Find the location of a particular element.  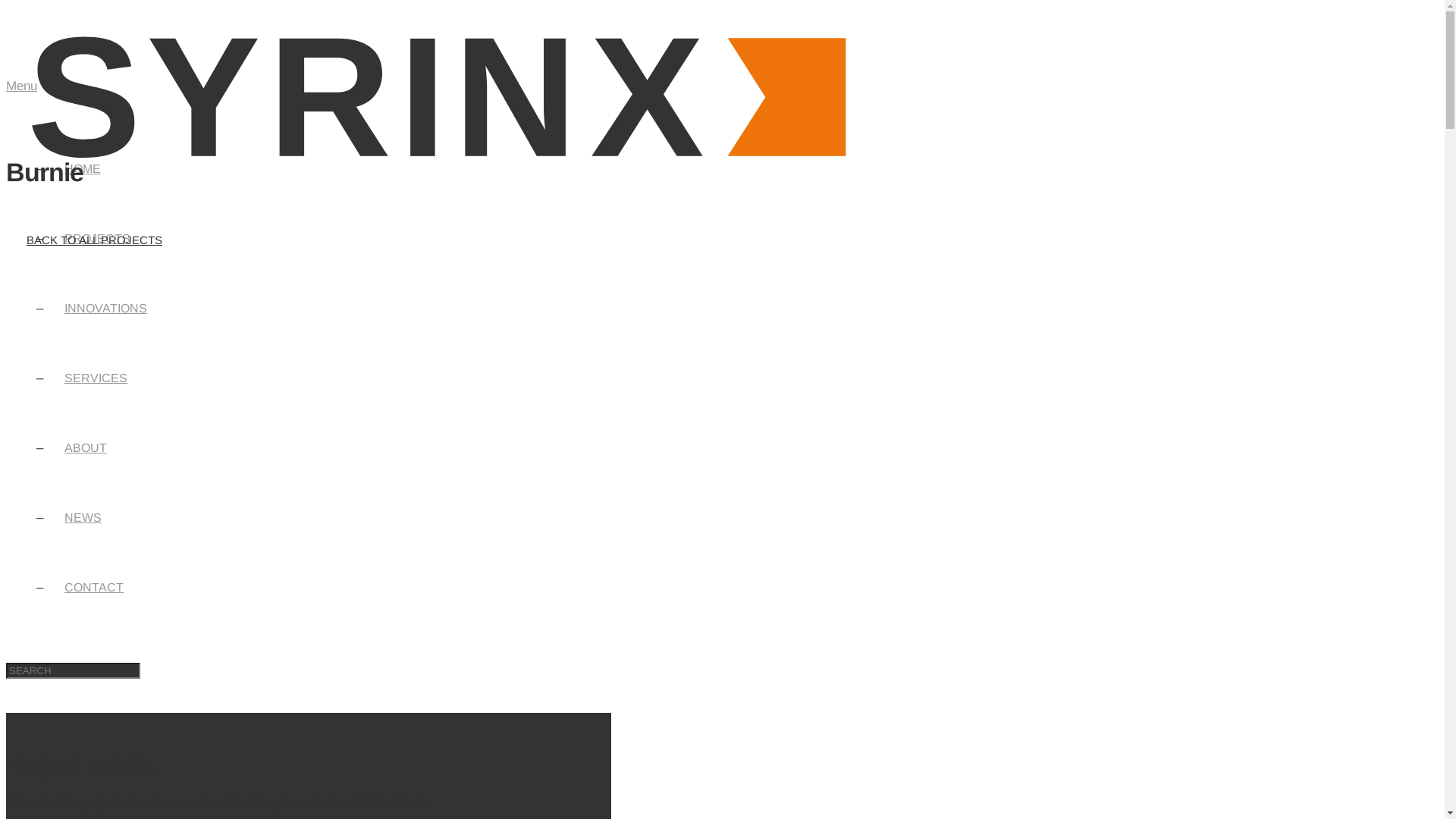

'ABOUT' is located at coordinates (85, 447).